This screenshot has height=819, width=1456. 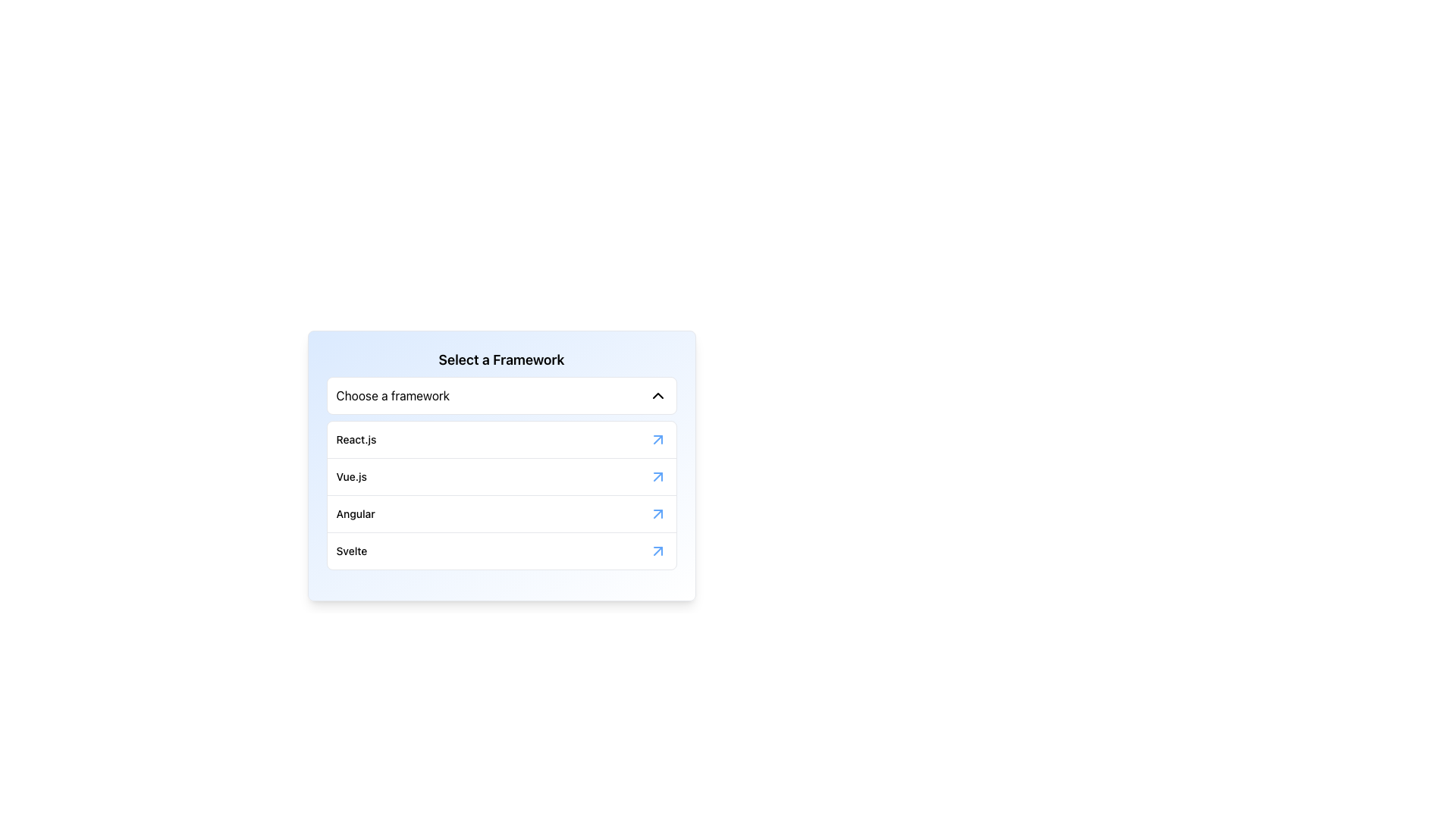 What do you see at coordinates (501, 394) in the screenshot?
I see `keyboard navigation` at bounding box center [501, 394].